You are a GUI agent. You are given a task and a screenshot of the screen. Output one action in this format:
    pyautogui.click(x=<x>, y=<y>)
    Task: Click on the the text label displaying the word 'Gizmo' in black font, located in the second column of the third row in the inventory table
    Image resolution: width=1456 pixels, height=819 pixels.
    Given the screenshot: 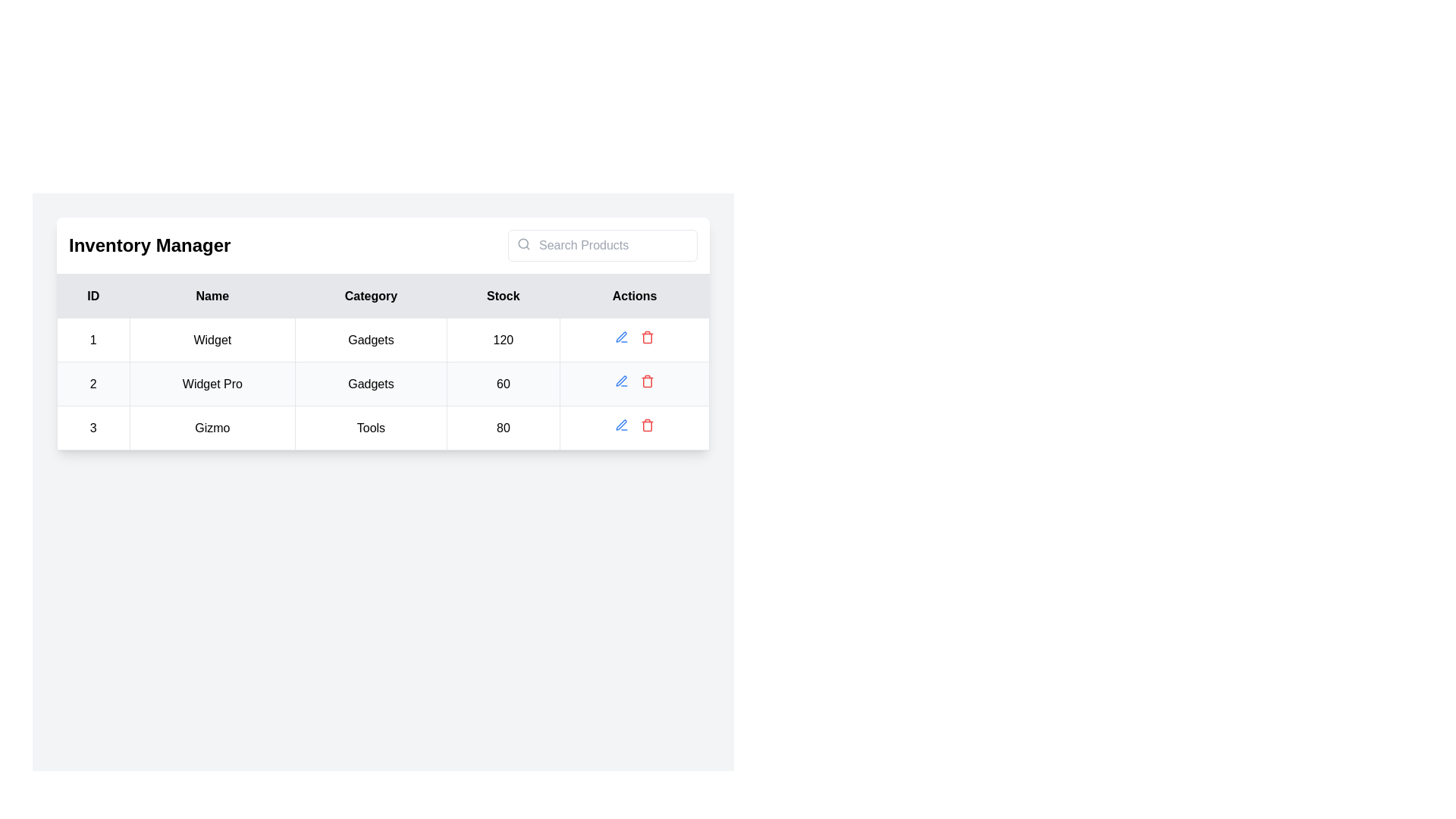 What is the action you would take?
    pyautogui.click(x=212, y=428)
    